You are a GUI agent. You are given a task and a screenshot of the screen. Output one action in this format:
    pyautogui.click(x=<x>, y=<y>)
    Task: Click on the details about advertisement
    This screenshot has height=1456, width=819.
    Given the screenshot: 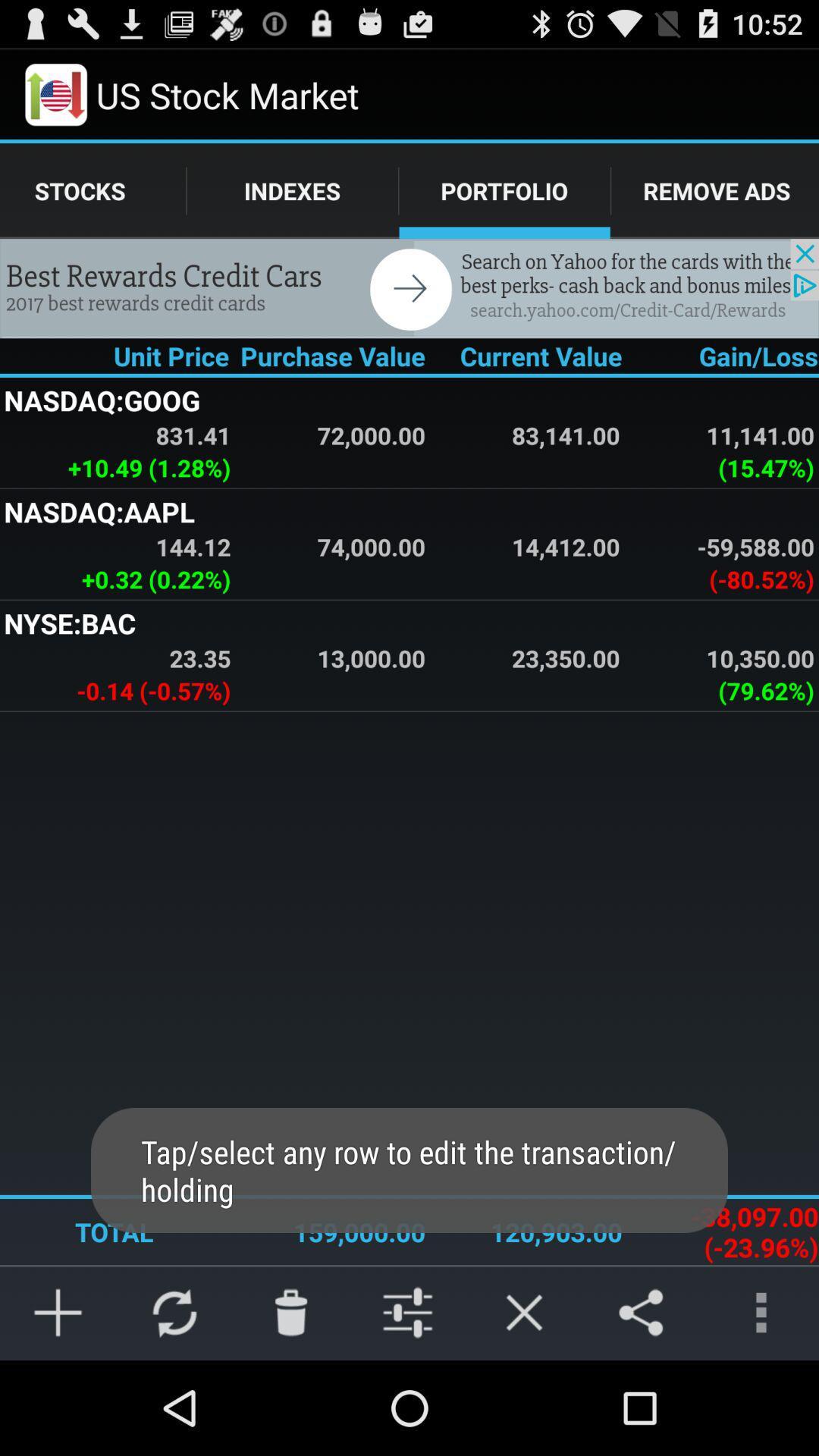 What is the action you would take?
    pyautogui.click(x=409, y=288)
    